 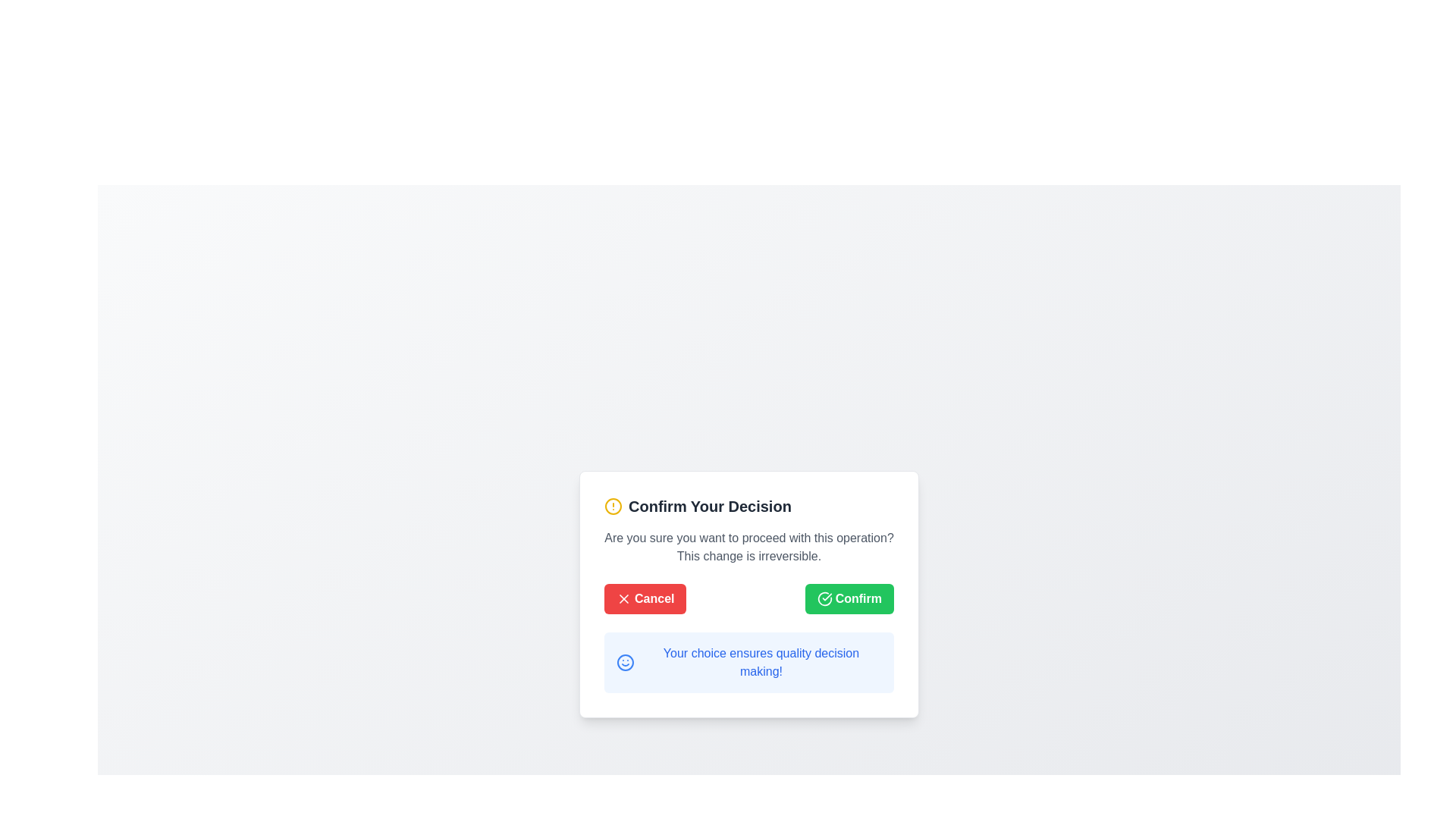 I want to click on the 'Cancel' button which contains the icon representing the cancel action, located at the bottom center section of the dialog box, so click(x=623, y=598).